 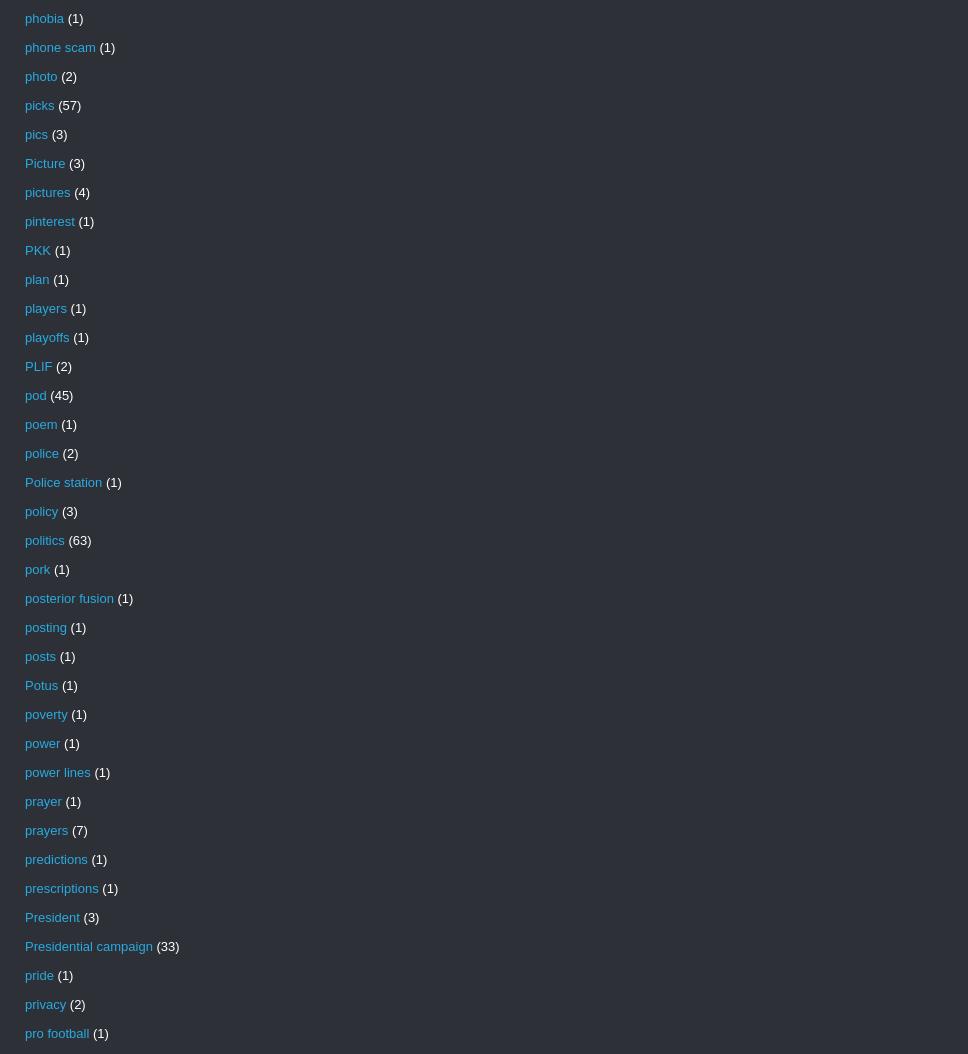 I want to click on 'pod', so click(x=35, y=394).